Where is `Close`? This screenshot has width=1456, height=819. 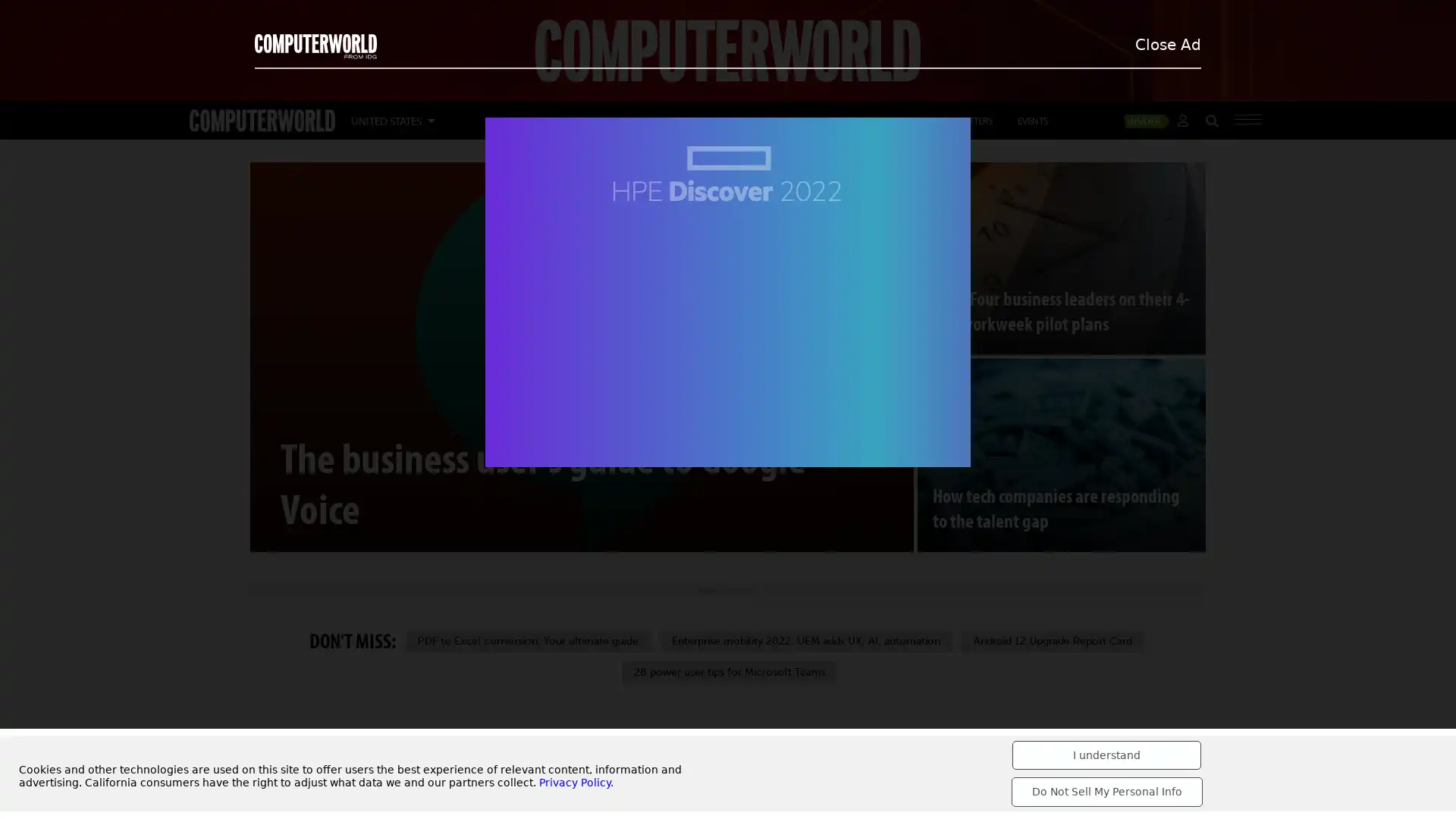
Close is located at coordinates (1391, 20).